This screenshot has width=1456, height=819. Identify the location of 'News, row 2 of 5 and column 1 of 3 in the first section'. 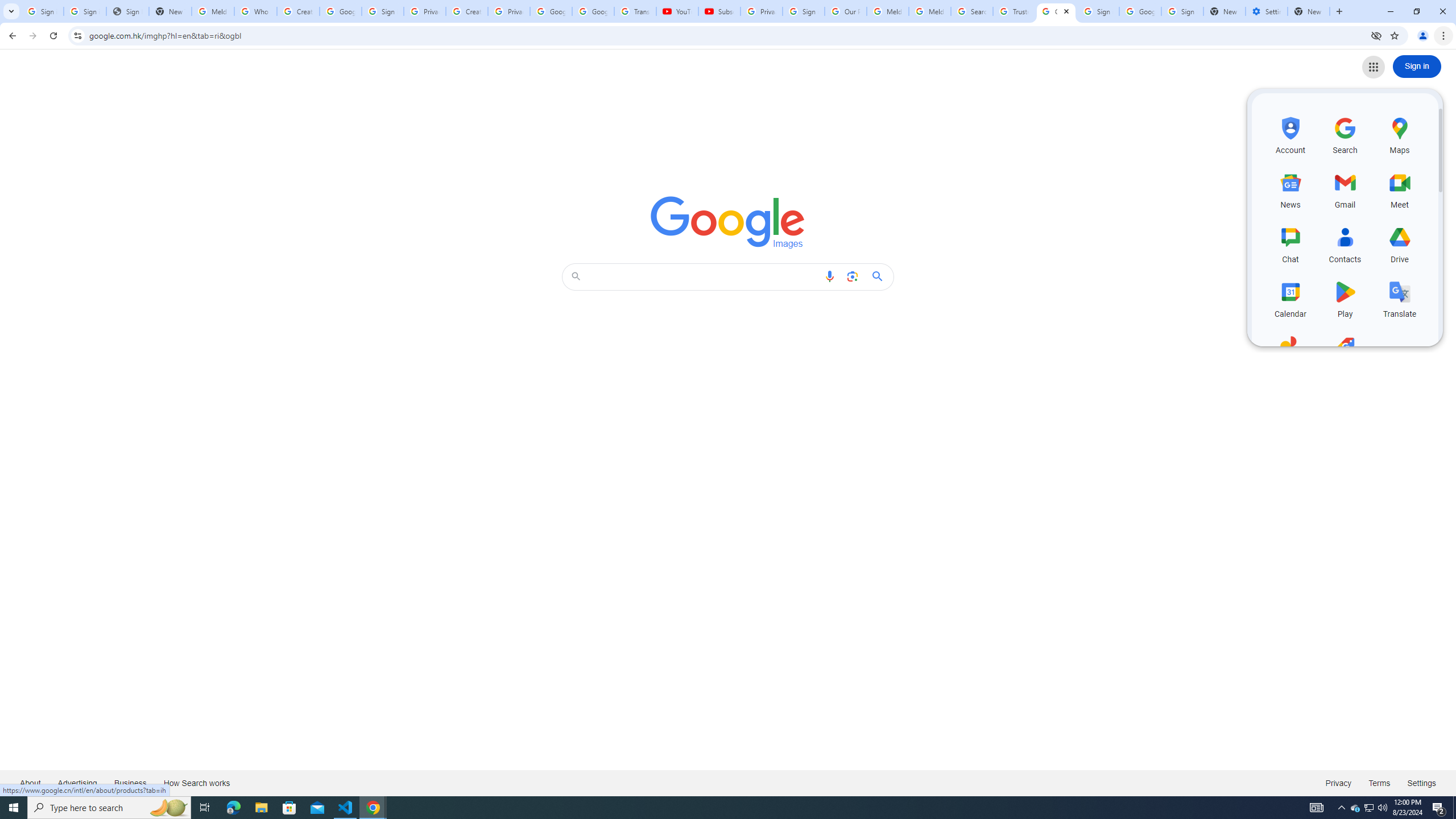
(1290, 188).